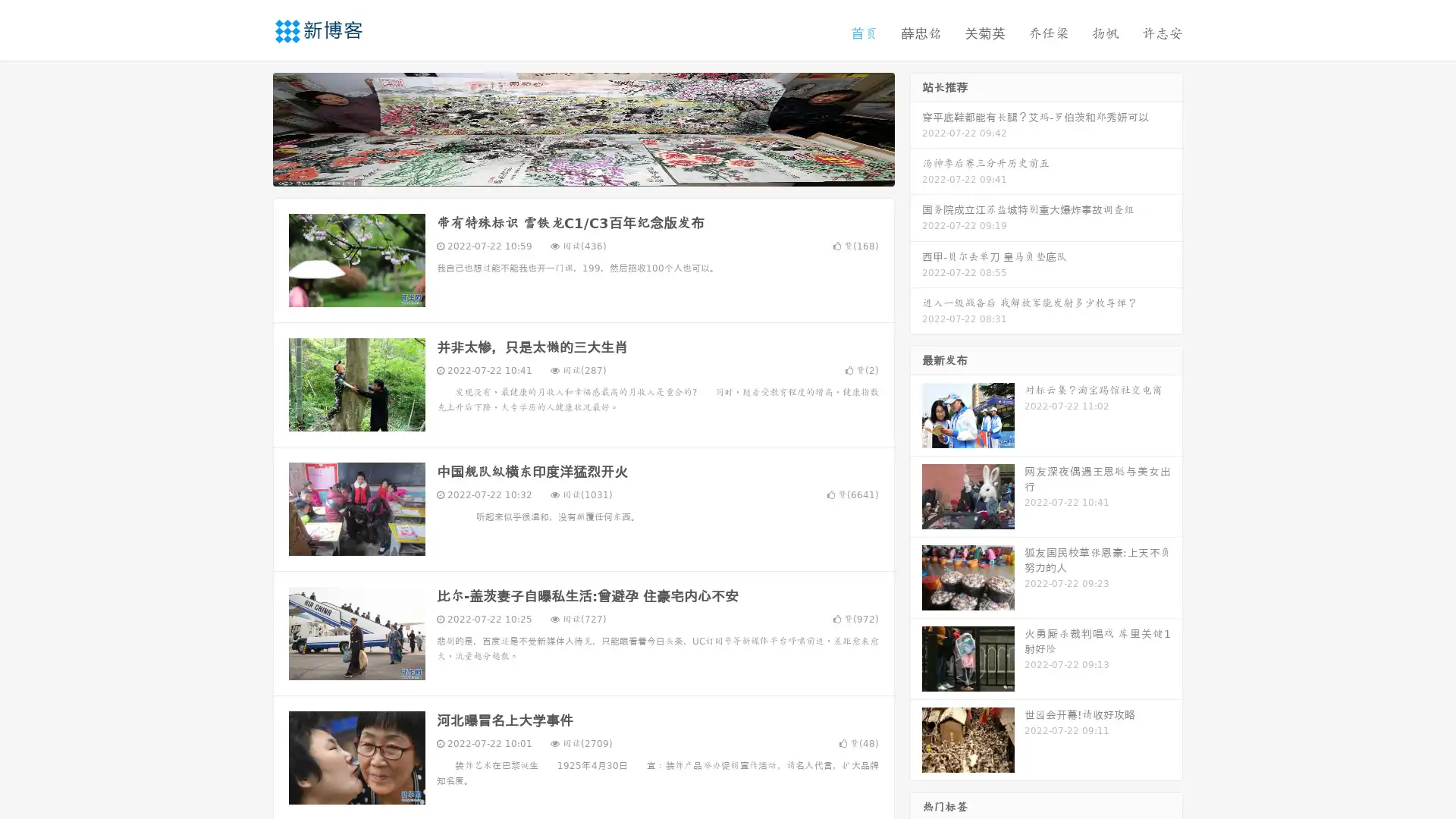  Describe the element at coordinates (916, 127) in the screenshot. I see `Next slide` at that location.